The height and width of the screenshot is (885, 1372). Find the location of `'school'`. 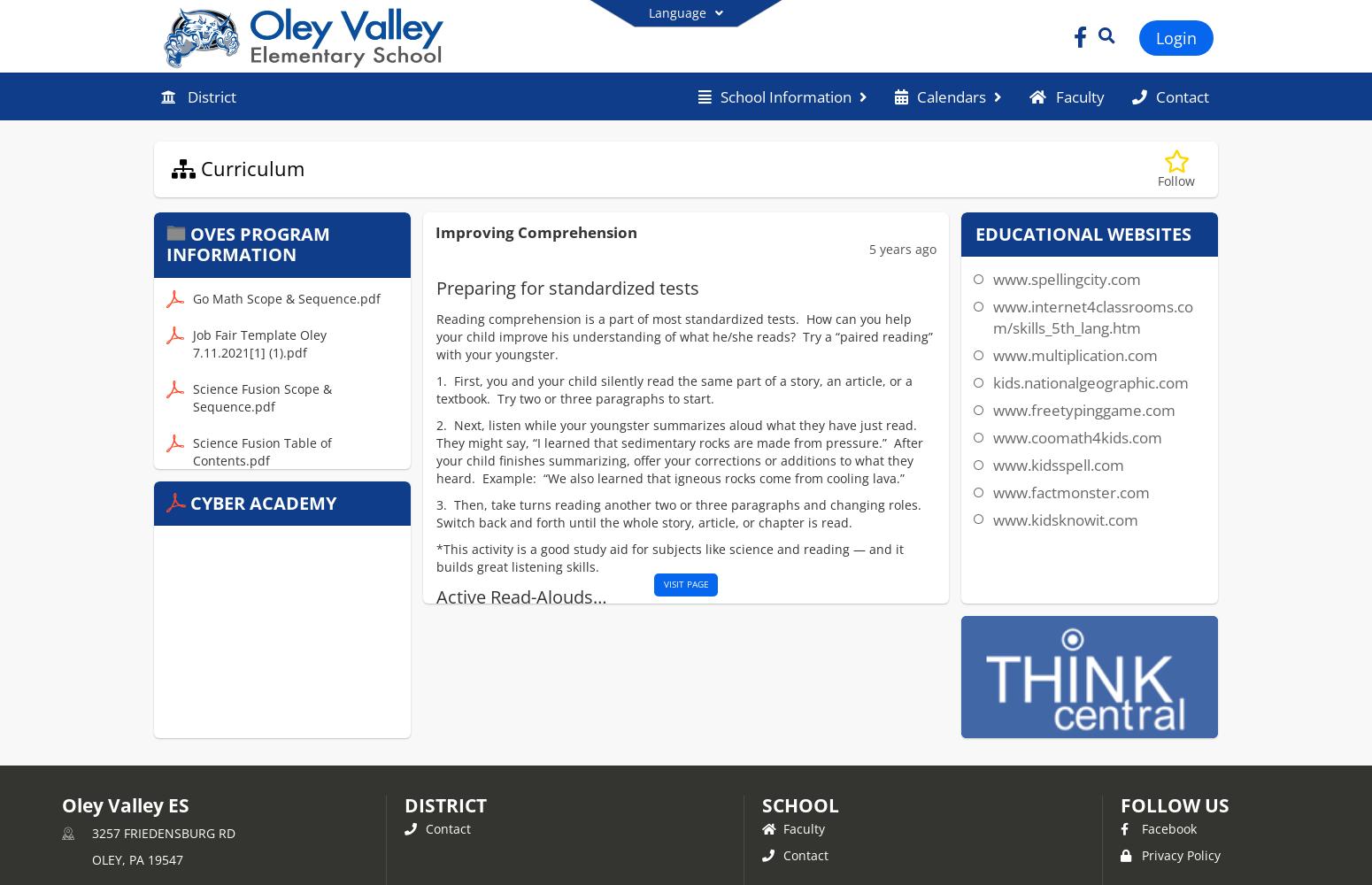

'school' is located at coordinates (800, 805).